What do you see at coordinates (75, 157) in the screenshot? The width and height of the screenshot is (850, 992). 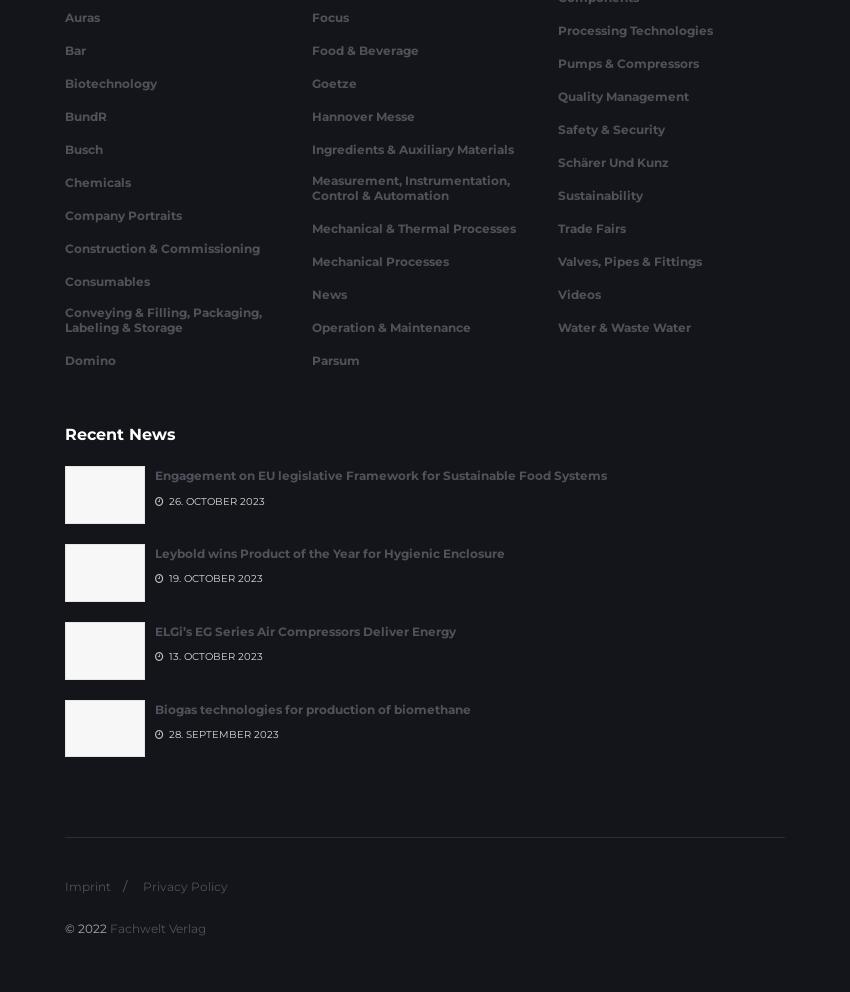 I see `'Bar'` at bounding box center [75, 157].